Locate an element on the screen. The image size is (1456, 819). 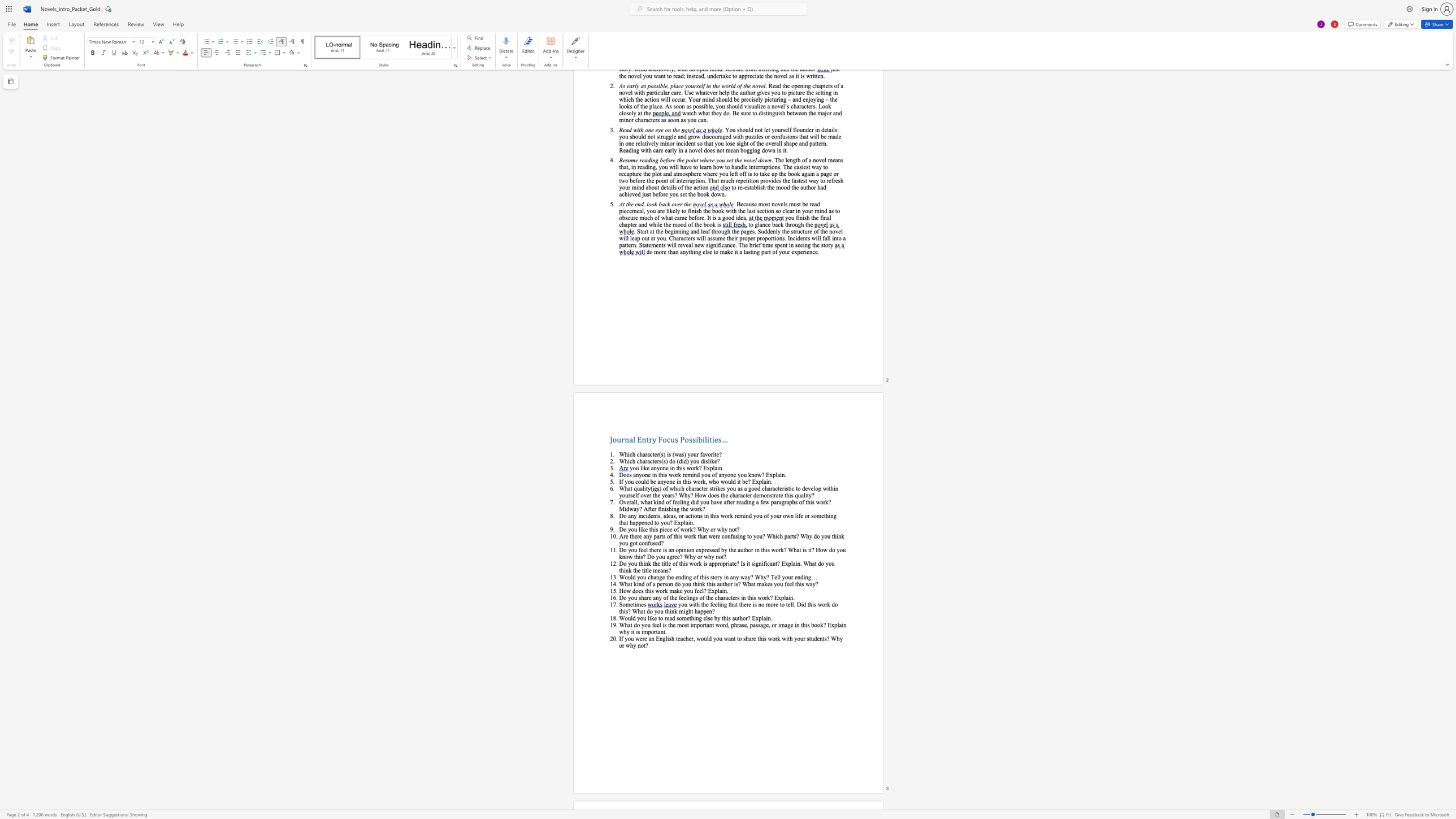
the subset text "r why no" within the text "Do you like this piece of work? Why or why not?" is located at coordinates (713, 529).